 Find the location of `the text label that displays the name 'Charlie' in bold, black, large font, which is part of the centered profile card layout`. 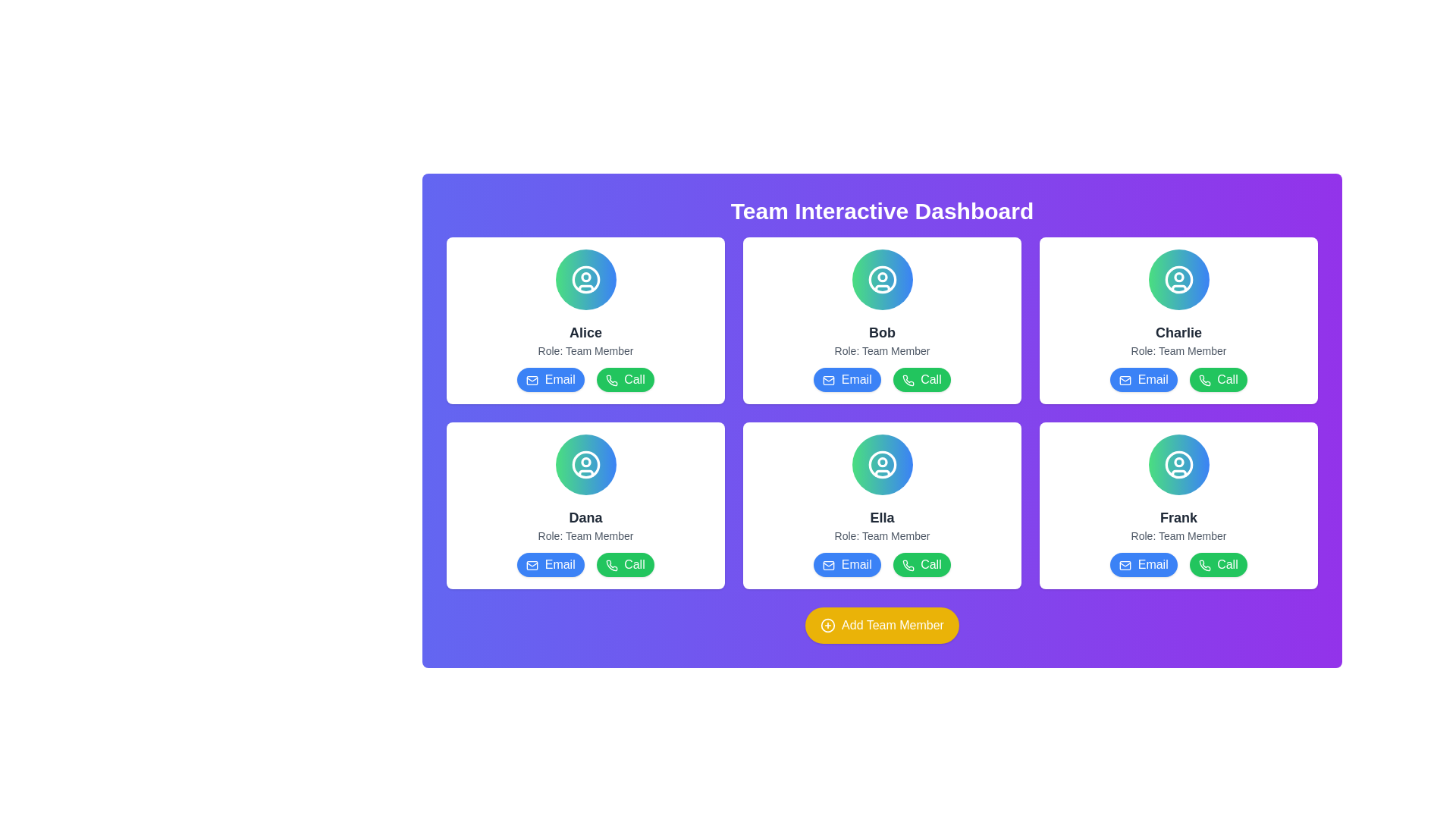

the text label that displays the name 'Charlie' in bold, black, large font, which is part of the centered profile card layout is located at coordinates (1178, 332).